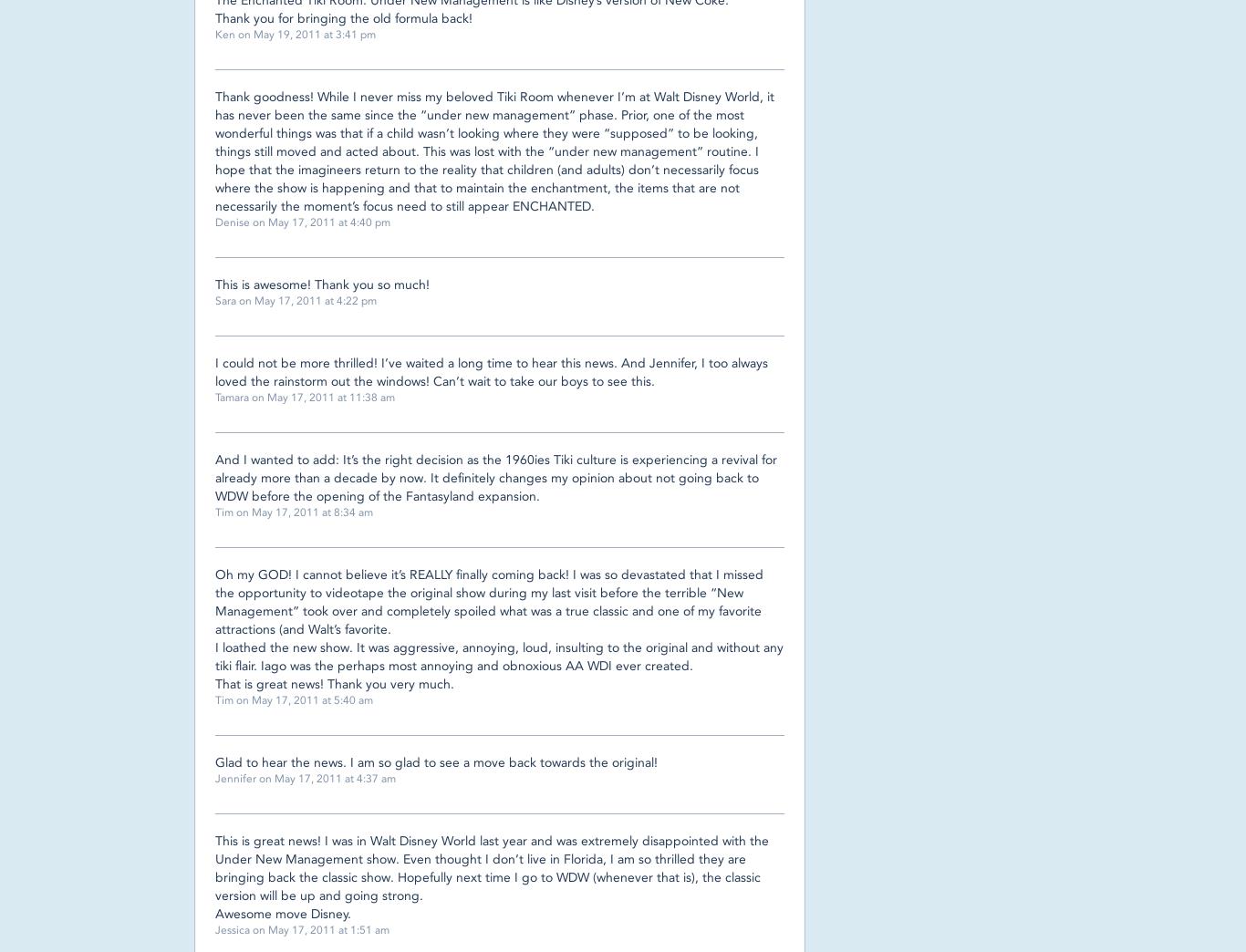 The height and width of the screenshot is (952, 1246). Describe the element at coordinates (215, 150) in the screenshot. I see `'Thank goodness!  While I never miss my beloved Tiki Room whenever I’m at Walt Disney World, it has never been the same since the “under new management” phase.  Prior, one of the most wonderful things was that if a child wasn’t looking where they were “supposed” to be looking, things still moved and acted about.  This was lost with the “under new management” routine.  I hope that the imagineers return to the reality that children (and adults) don’t necessarily focus where the show is happening and that to maintain the enchantment, the items that are not necessarily the moment’s focus need to still appear ENCHANTED.'` at that location.